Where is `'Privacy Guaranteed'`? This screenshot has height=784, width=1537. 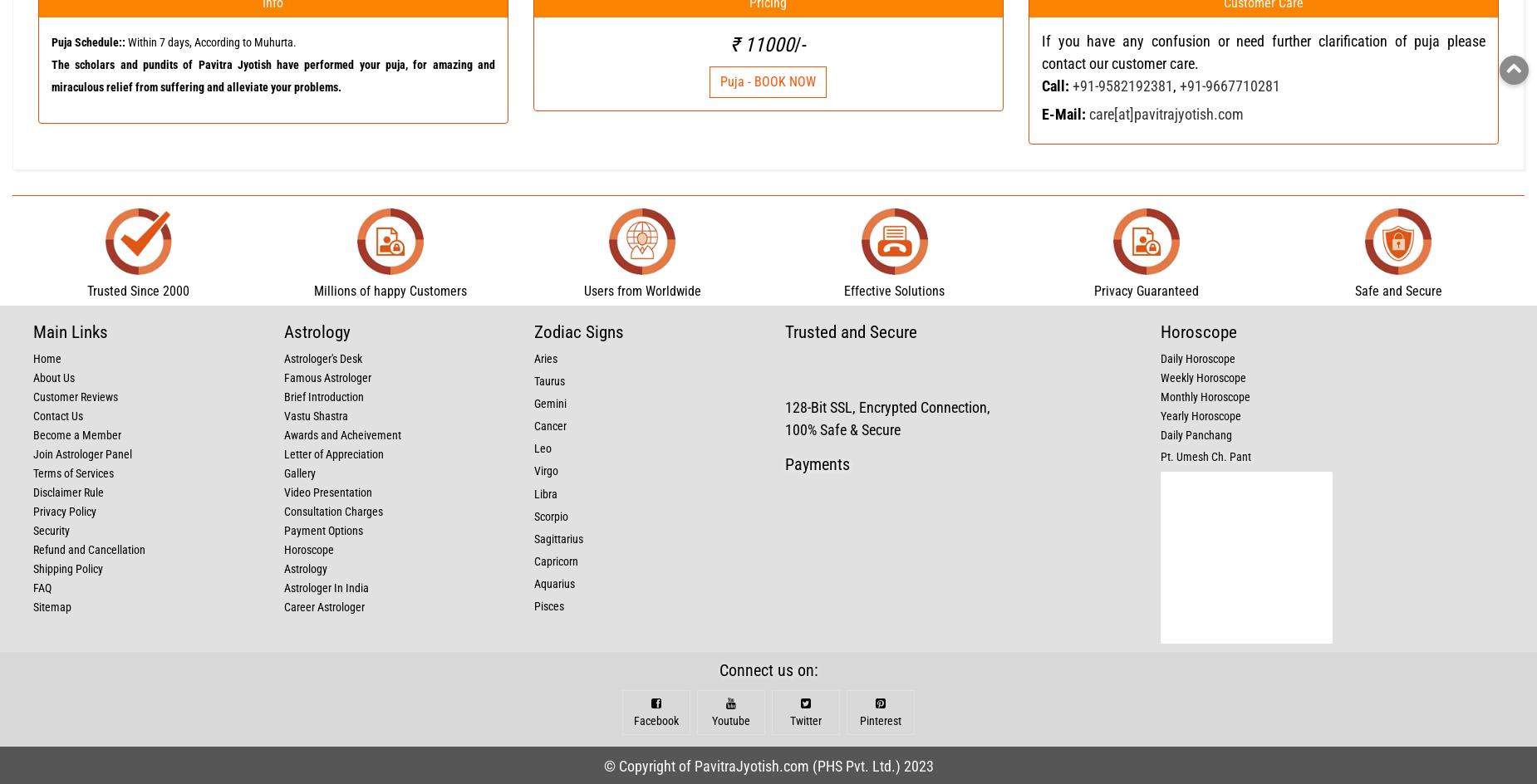
'Privacy Guaranteed' is located at coordinates (1144, 289).